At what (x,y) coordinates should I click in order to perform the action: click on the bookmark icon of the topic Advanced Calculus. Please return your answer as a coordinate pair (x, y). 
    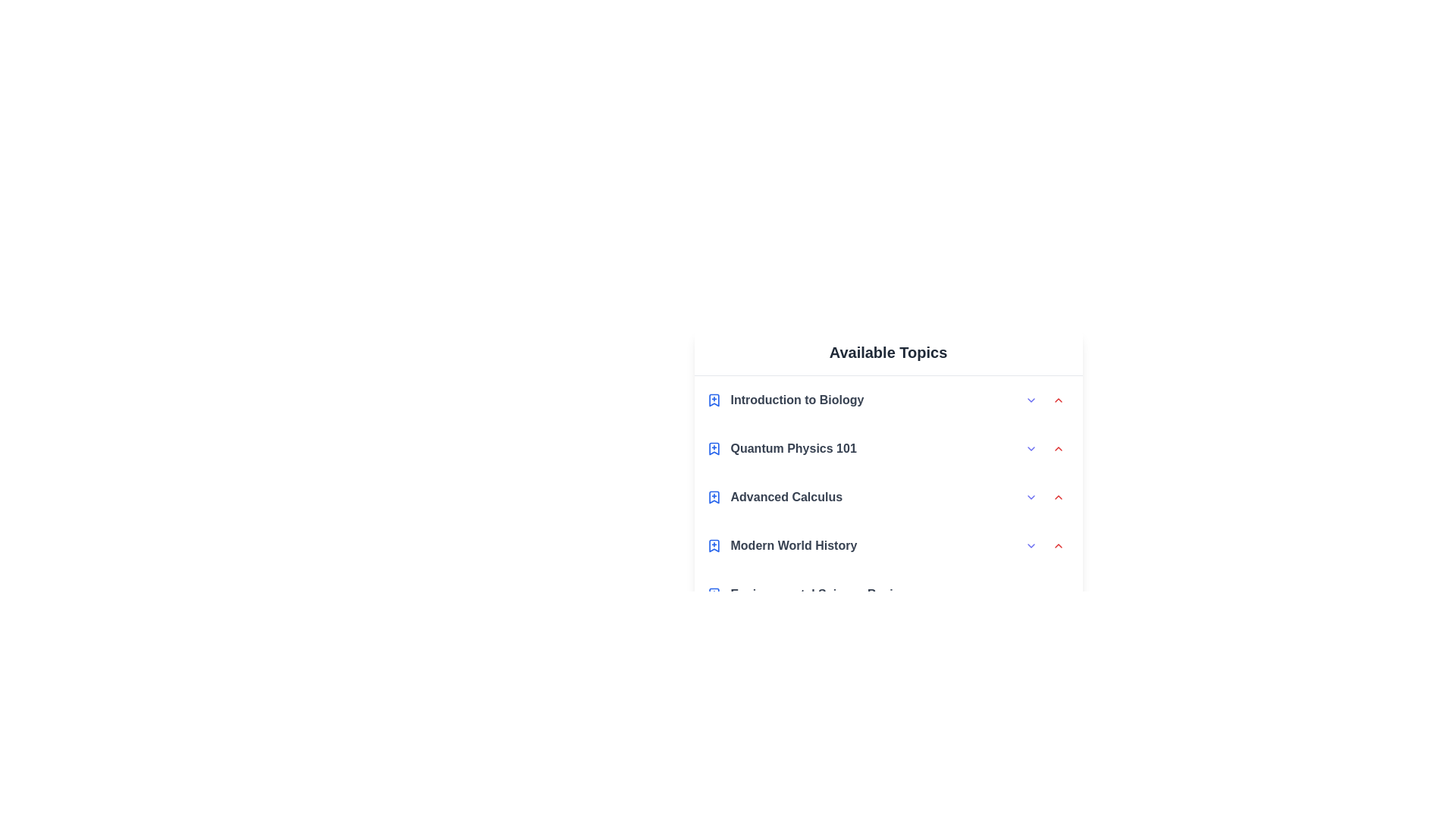
    Looking at the image, I should click on (713, 497).